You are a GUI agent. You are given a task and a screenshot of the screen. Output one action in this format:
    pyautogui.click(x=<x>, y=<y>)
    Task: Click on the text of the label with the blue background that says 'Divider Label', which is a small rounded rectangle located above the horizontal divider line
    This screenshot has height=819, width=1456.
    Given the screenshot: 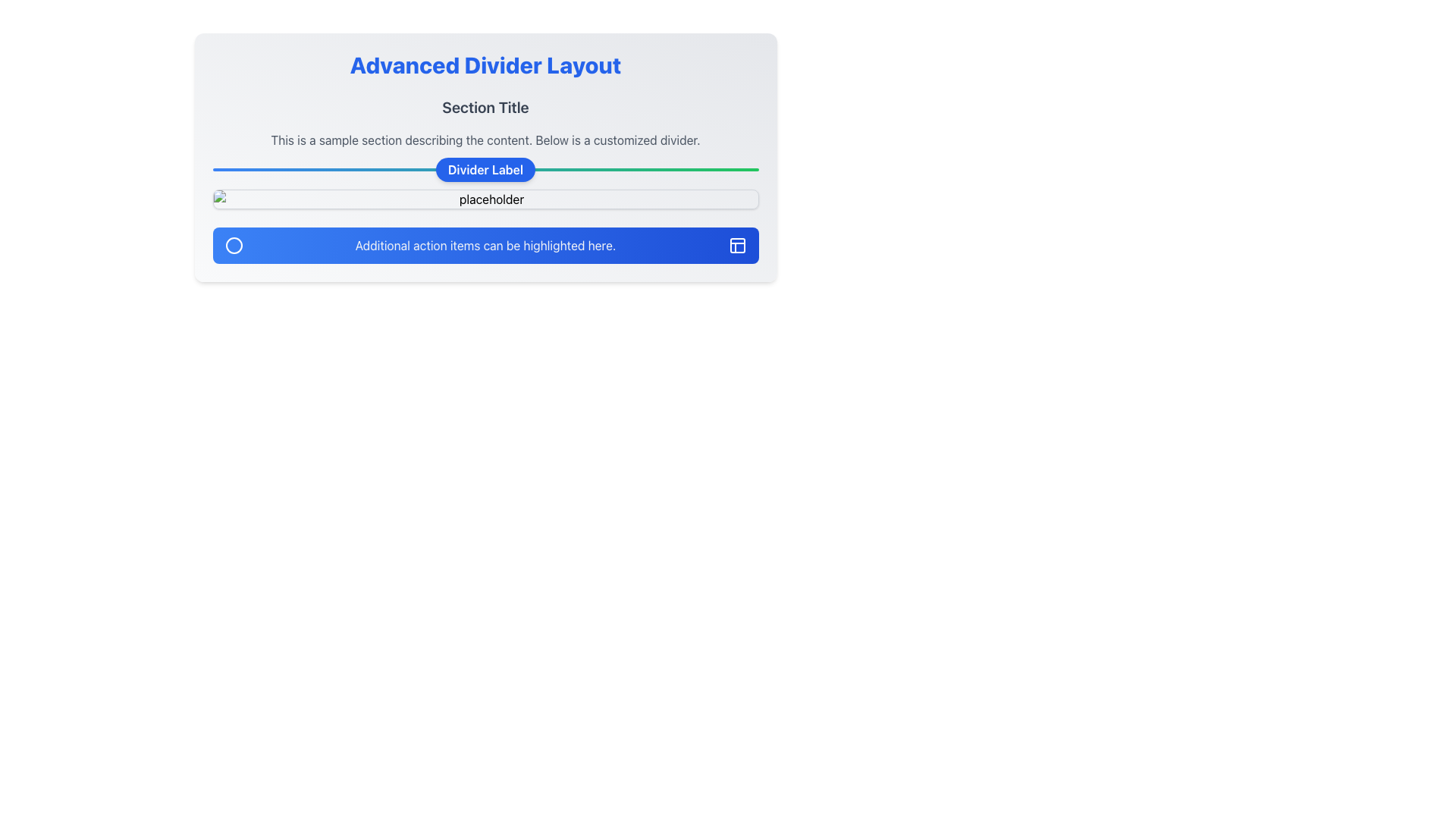 What is the action you would take?
    pyautogui.click(x=485, y=169)
    